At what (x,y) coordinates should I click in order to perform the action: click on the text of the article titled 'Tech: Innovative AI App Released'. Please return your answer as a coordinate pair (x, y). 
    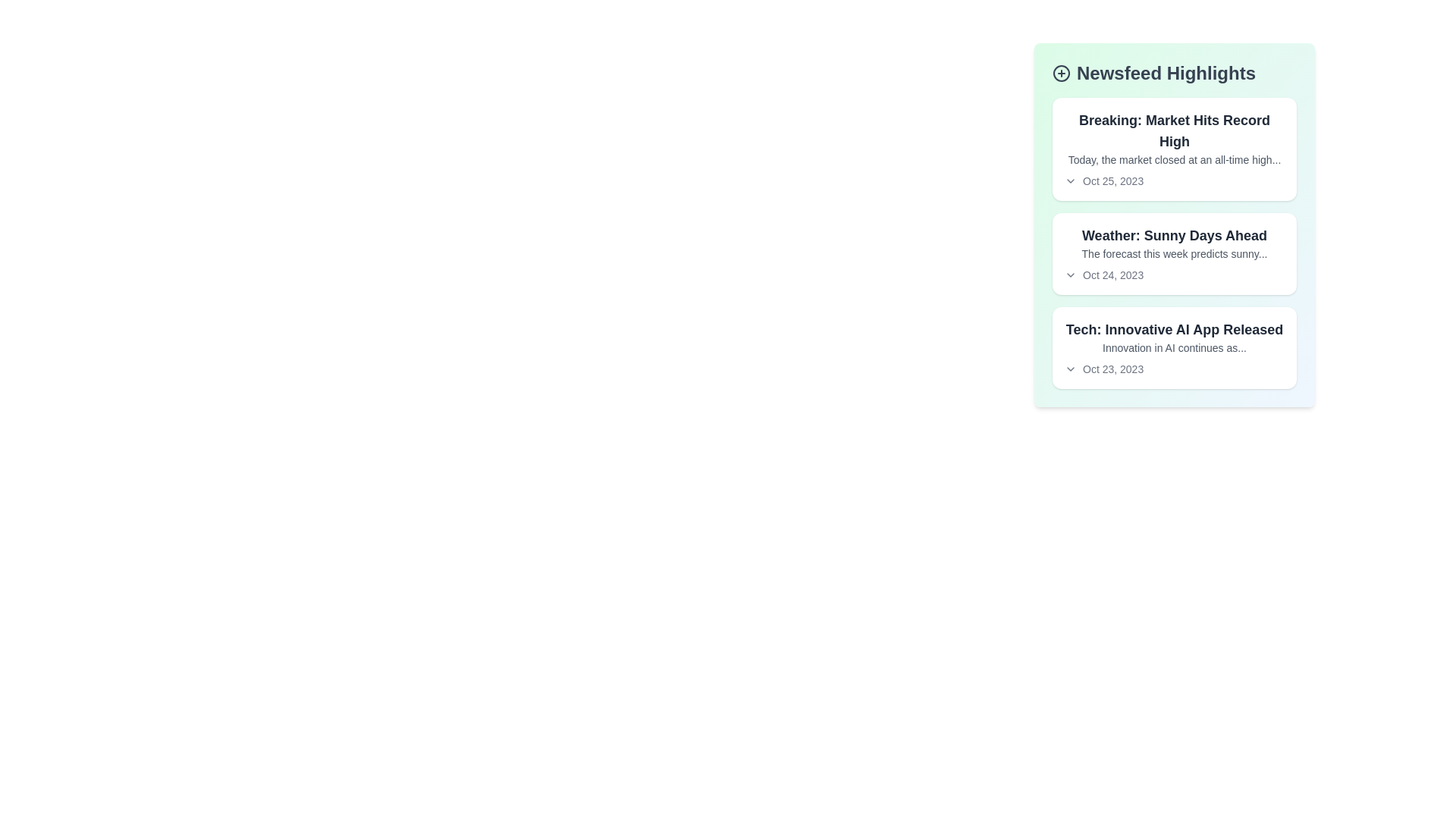
    Looking at the image, I should click on (1174, 329).